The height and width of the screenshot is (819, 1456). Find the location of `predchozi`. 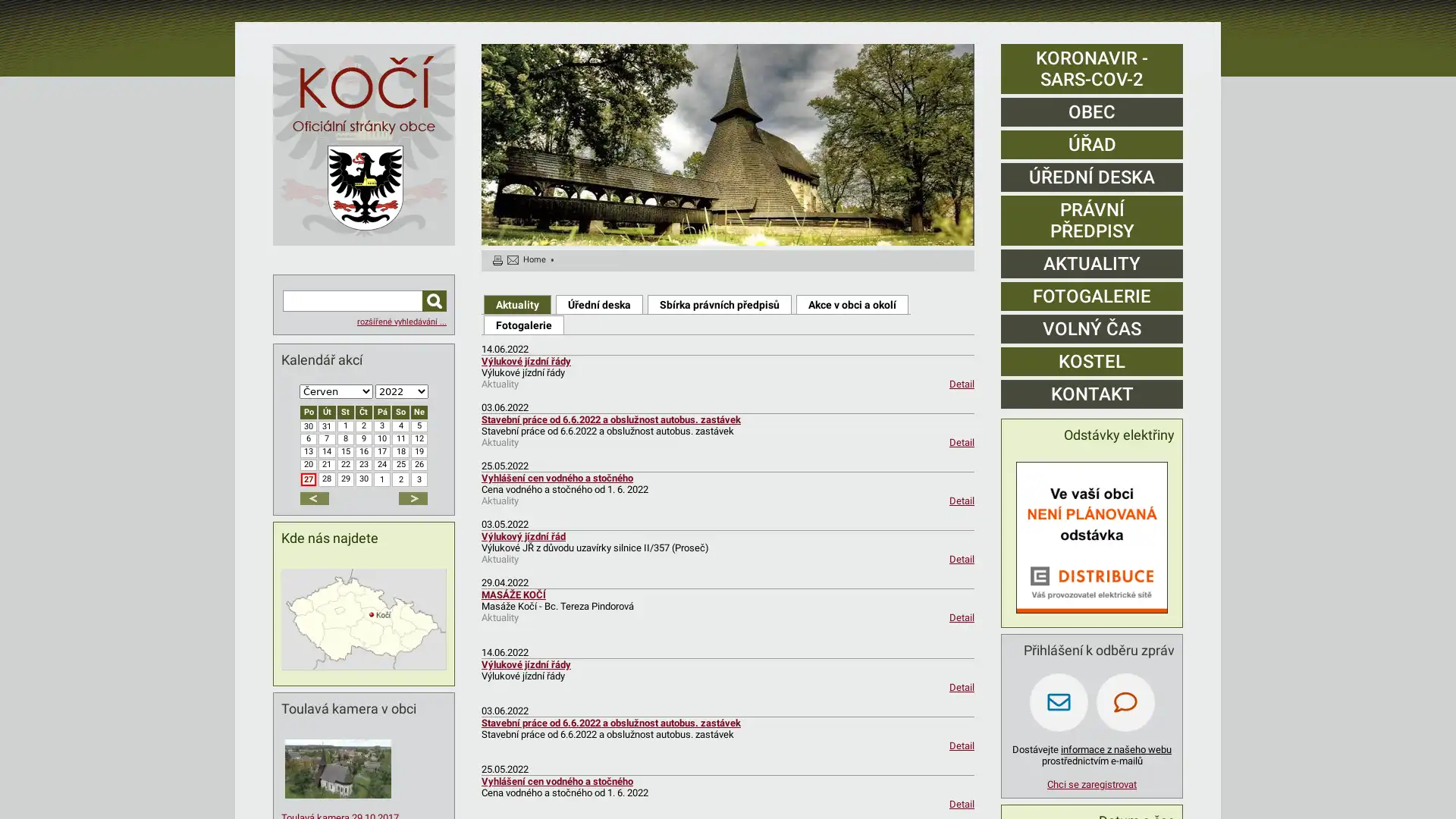

predchozi is located at coordinates (313, 497).